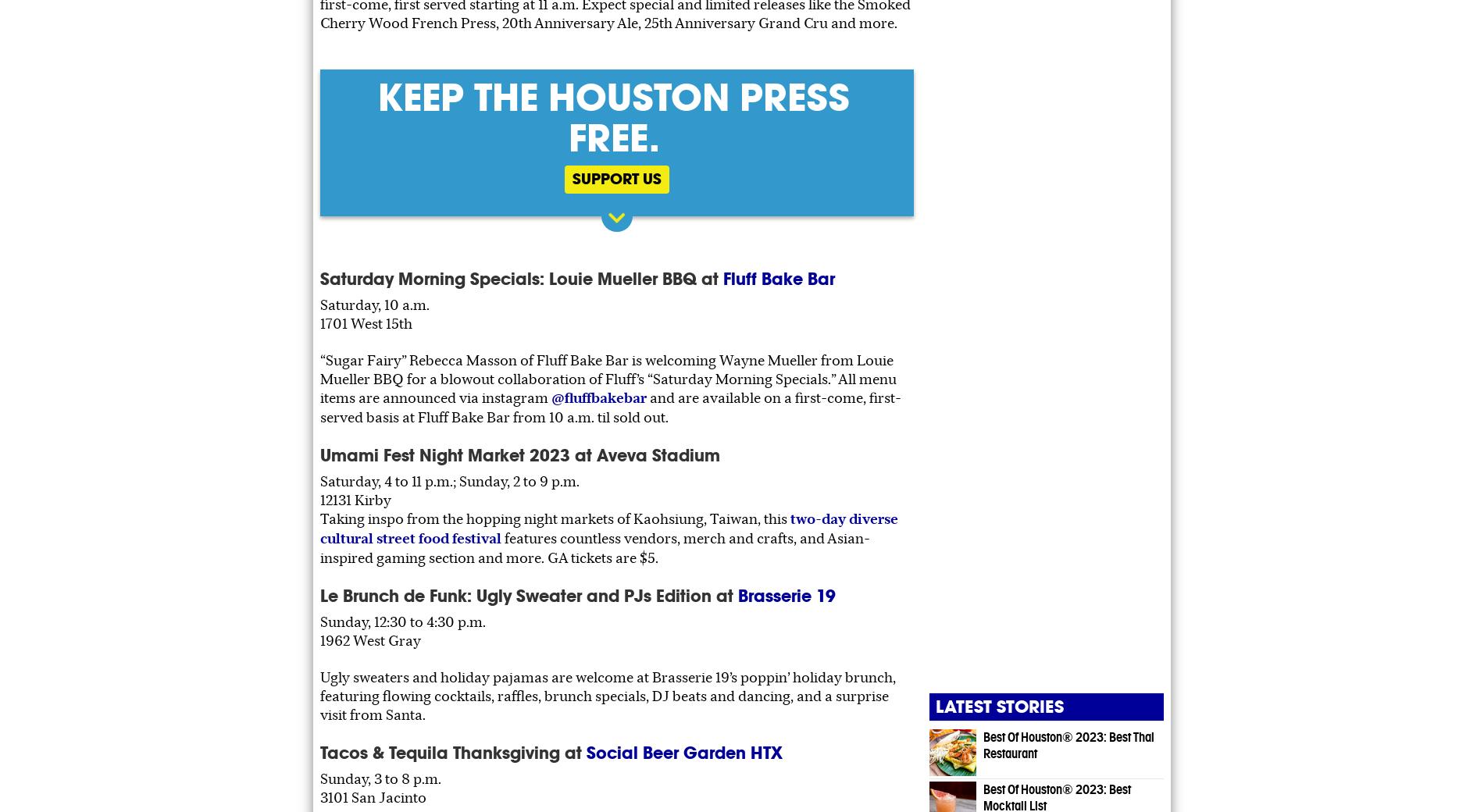  What do you see at coordinates (607, 695) in the screenshot?
I see `'Ugly sweaters and holiday pajamas are welcome at Brasserie 19’s poppin’ holiday brunch, featuring flowing cocktails, raffles, brunch specials, DJ beats and dancing, and a surprise visit from Santa.'` at bounding box center [607, 695].